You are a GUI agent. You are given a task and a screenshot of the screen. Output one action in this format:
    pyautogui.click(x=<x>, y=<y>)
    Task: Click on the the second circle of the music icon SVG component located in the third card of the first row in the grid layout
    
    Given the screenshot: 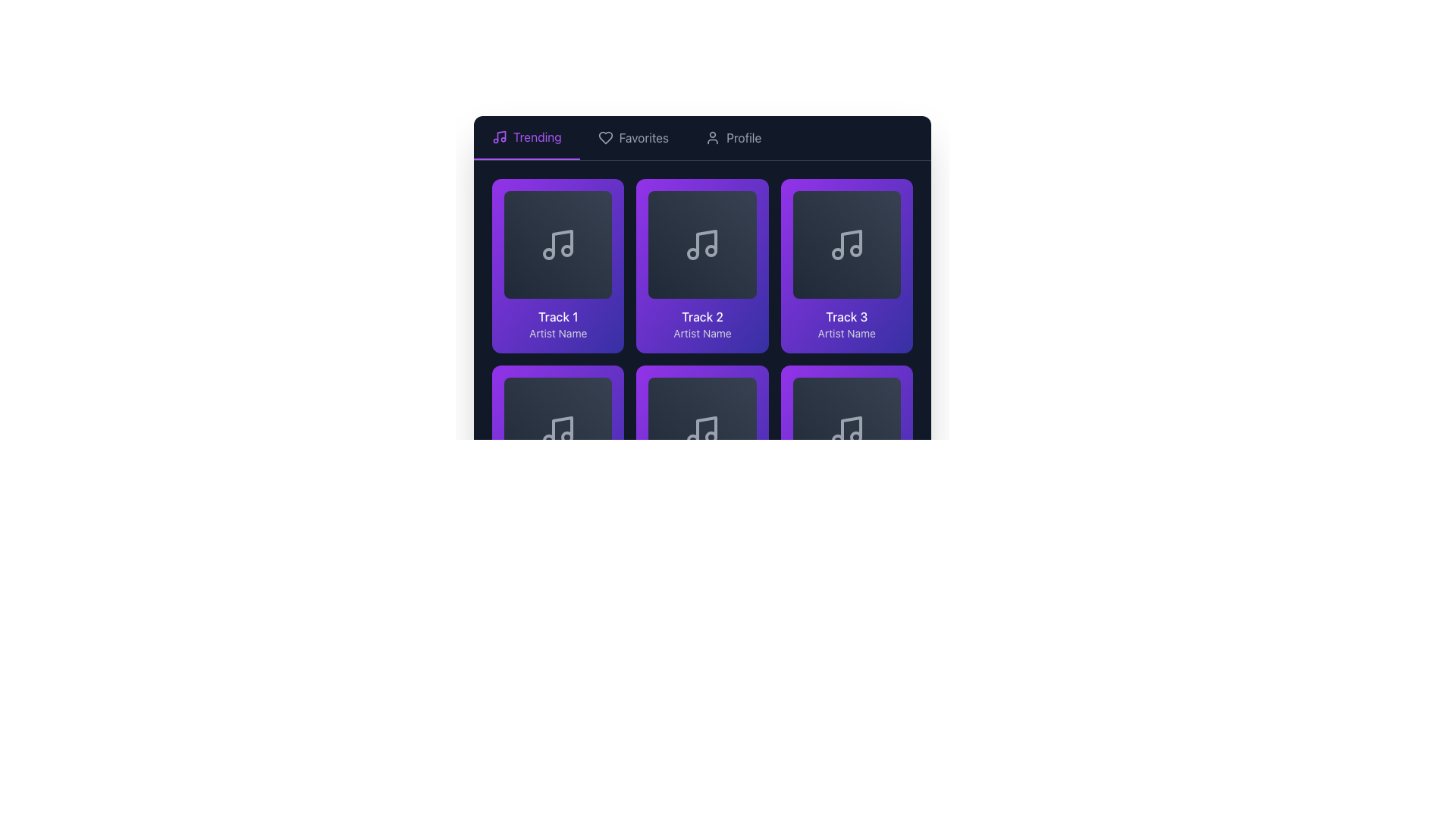 What is the action you would take?
    pyautogui.click(x=855, y=250)
    